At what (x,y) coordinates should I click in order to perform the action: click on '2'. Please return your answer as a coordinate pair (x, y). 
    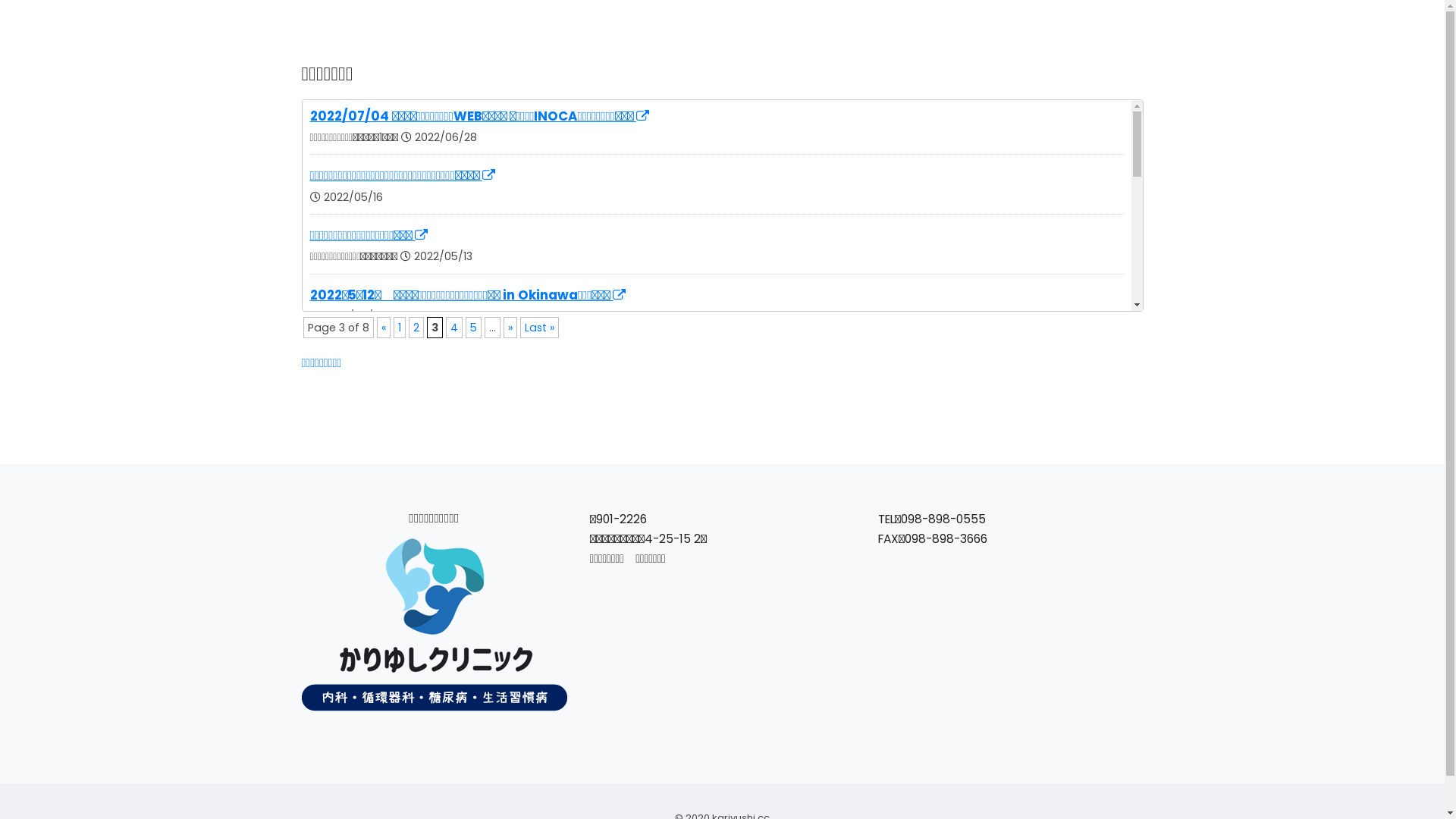
    Looking at the image, I should click on (415, 327).